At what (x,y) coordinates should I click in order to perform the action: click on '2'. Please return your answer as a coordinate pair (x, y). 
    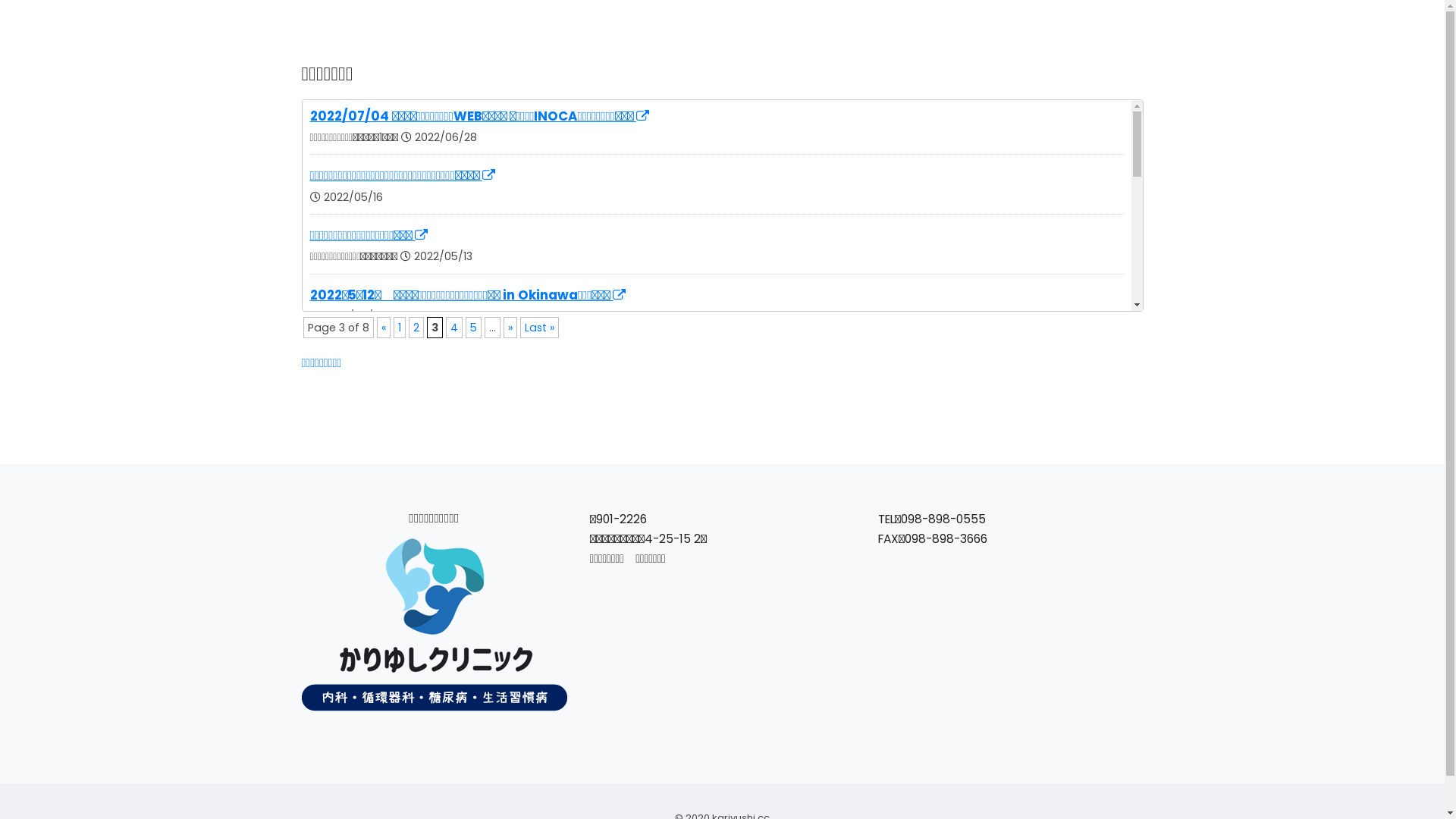
    Looking at the image, I should click on (415, 327).